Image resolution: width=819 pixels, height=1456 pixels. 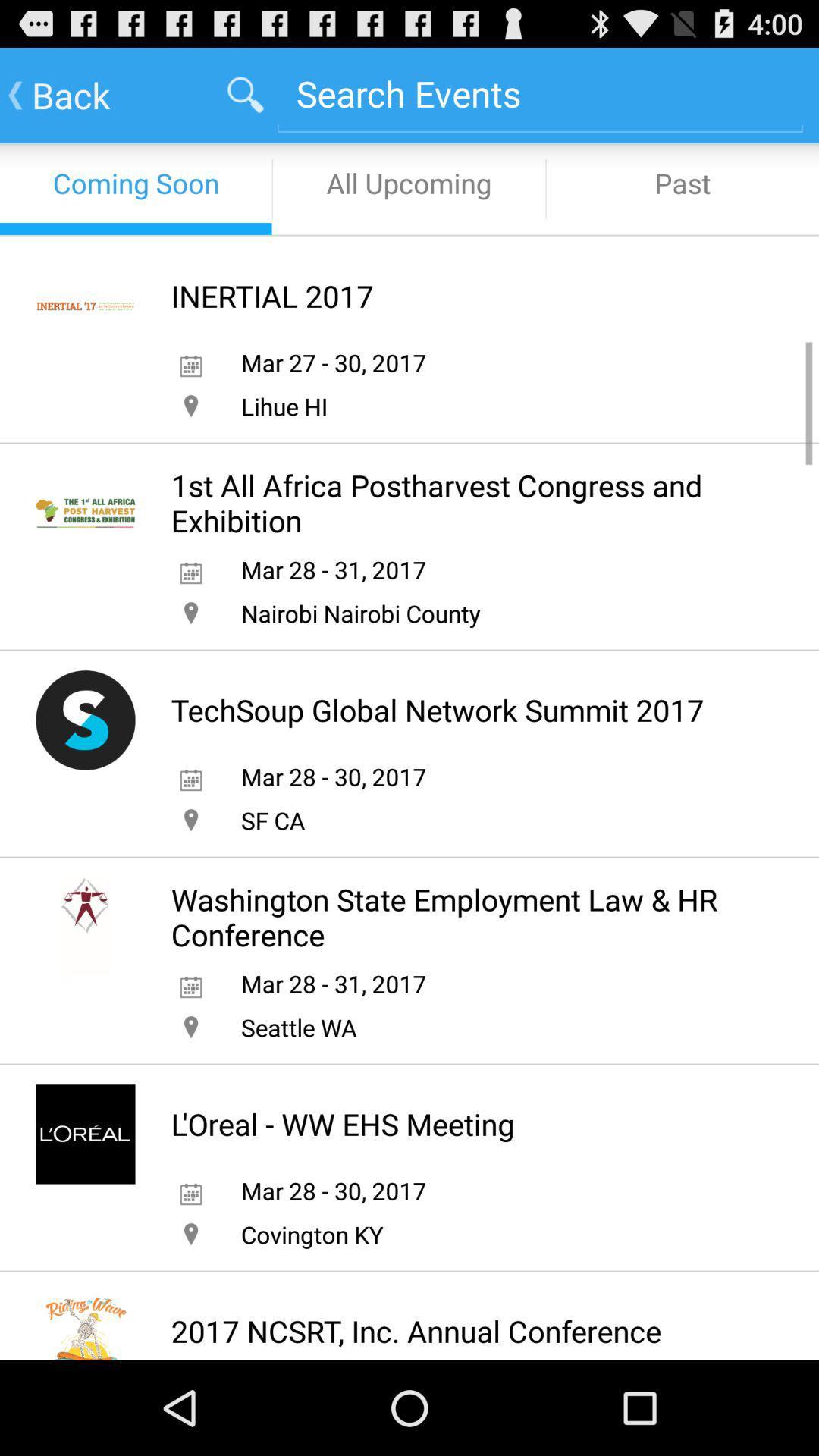 What do you see at coordinates (539, 93) in the screenshot?
I see `find more events` at bounding box center [539, 93].